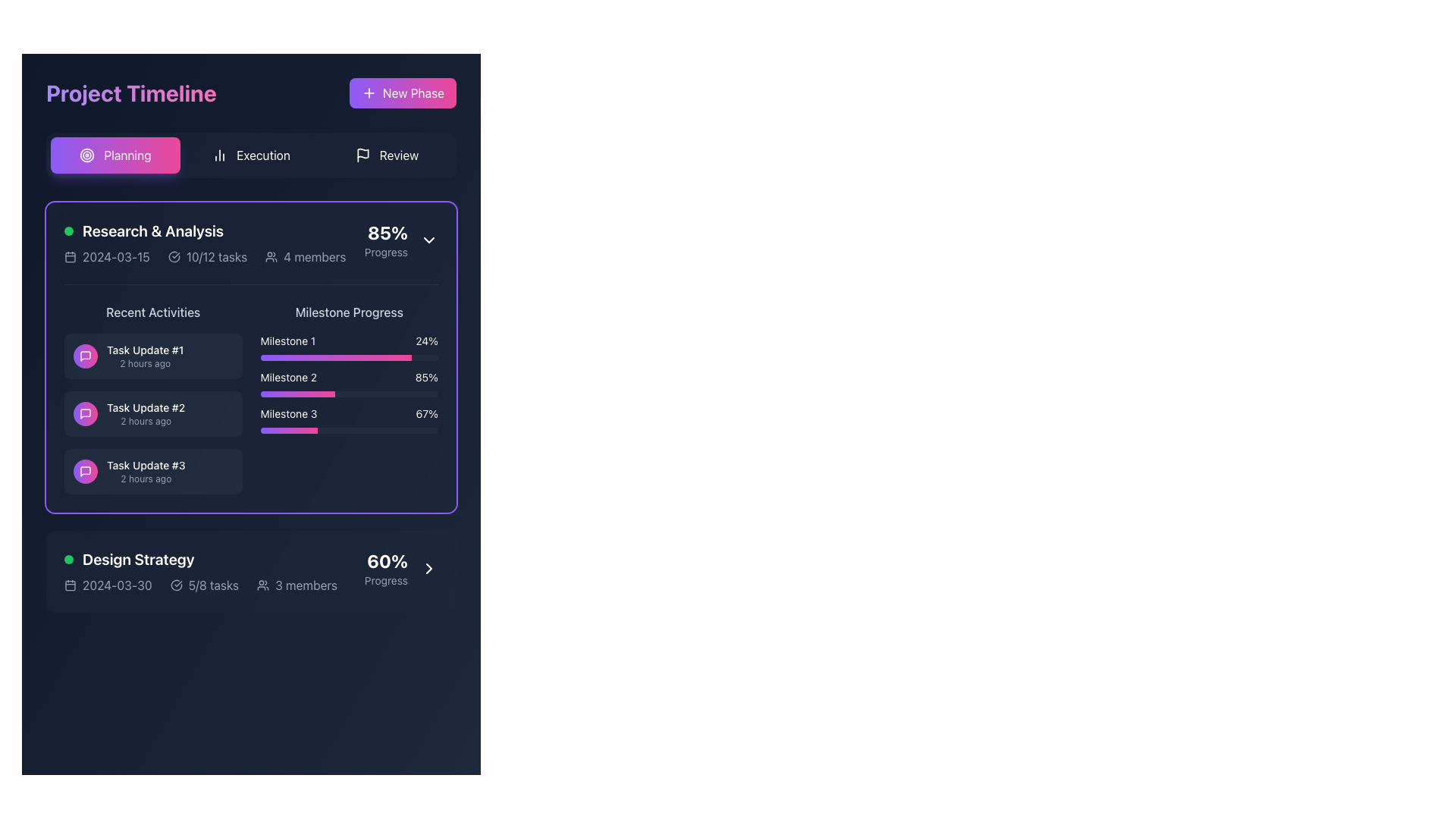 This screenshot has width=1456, height=819. What do you see at coordinates (153, 231) in the screenshot?
I see `the 'Research & Analysis' text label, which is displayed in bold white font on a dark background, located next to a green circular indicator in the 'Recent Activities' section` at bounding box center [153, 231].